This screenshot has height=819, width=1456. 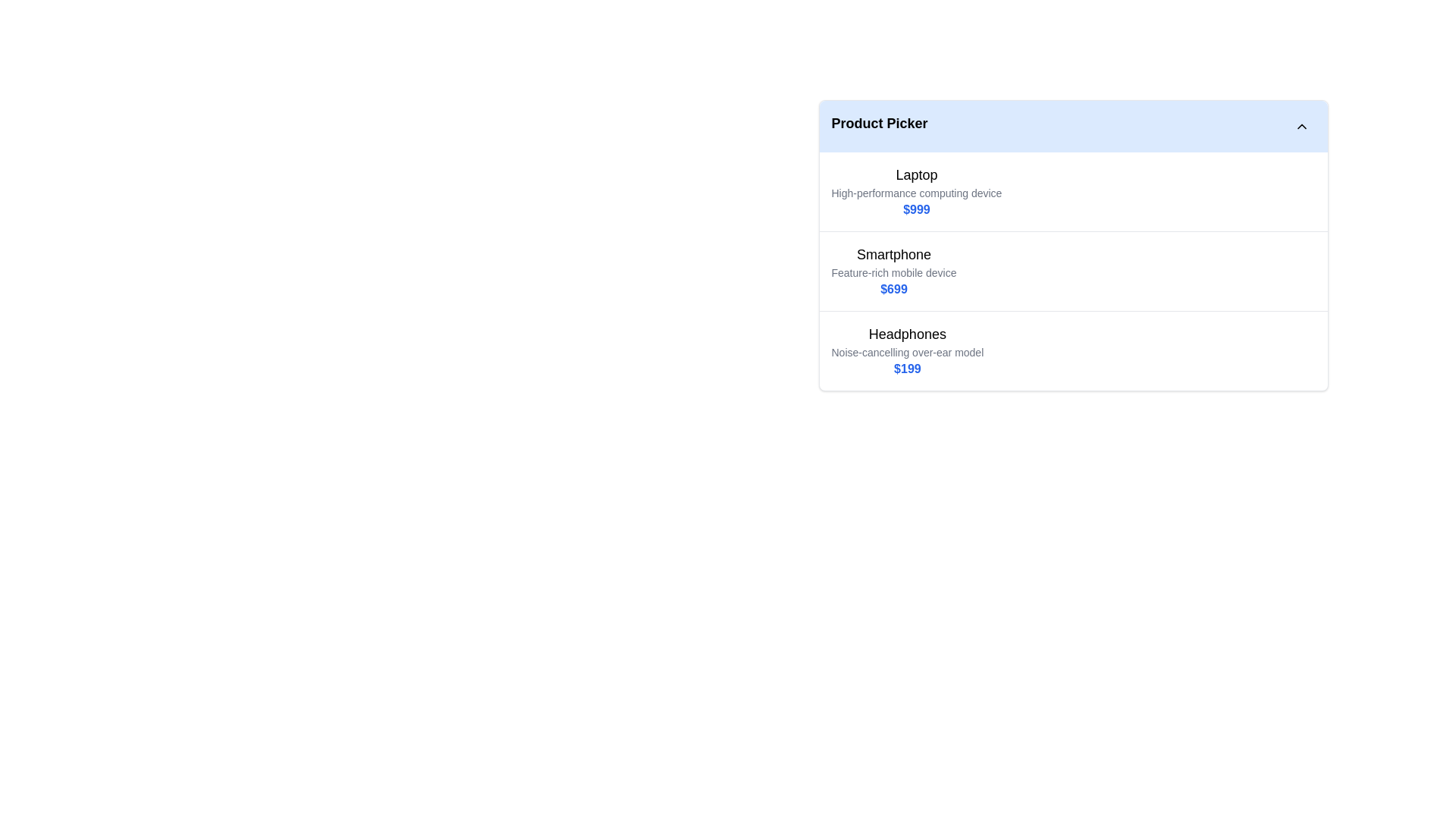 What do you see at coordinates (916, 192) in the screenshot?
I see `the static text providing additional descriptive information about the 'Laptop' product, located below the title 'Laptop' and above the price '$999'` at bounding box center [916, 192].